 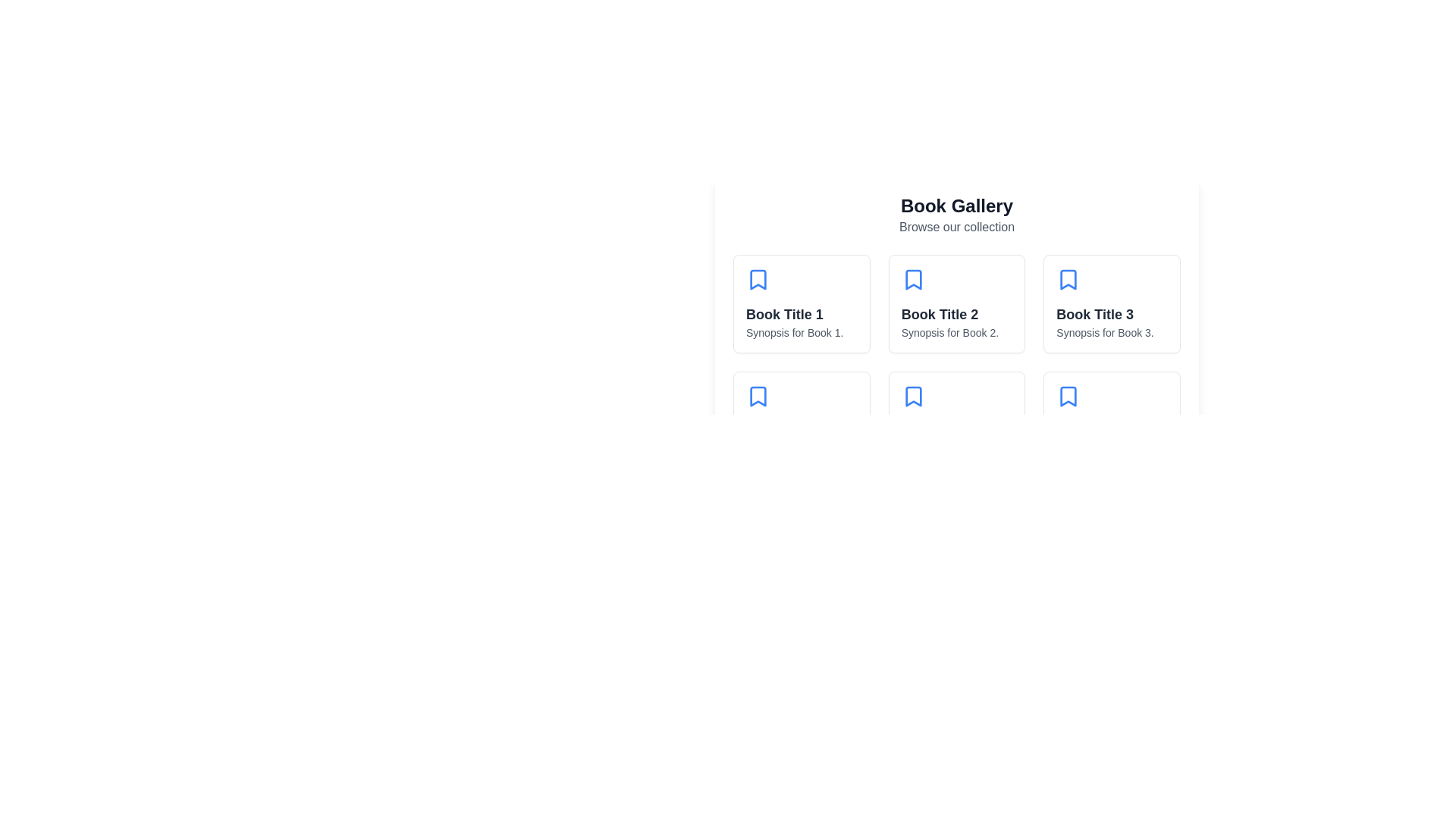 I want to click on the blue bookmark icon located in the upper-left corner of the box containing 'Book Title 4' and 'Synopsis for Book 4.', so click(x=758, y=396).